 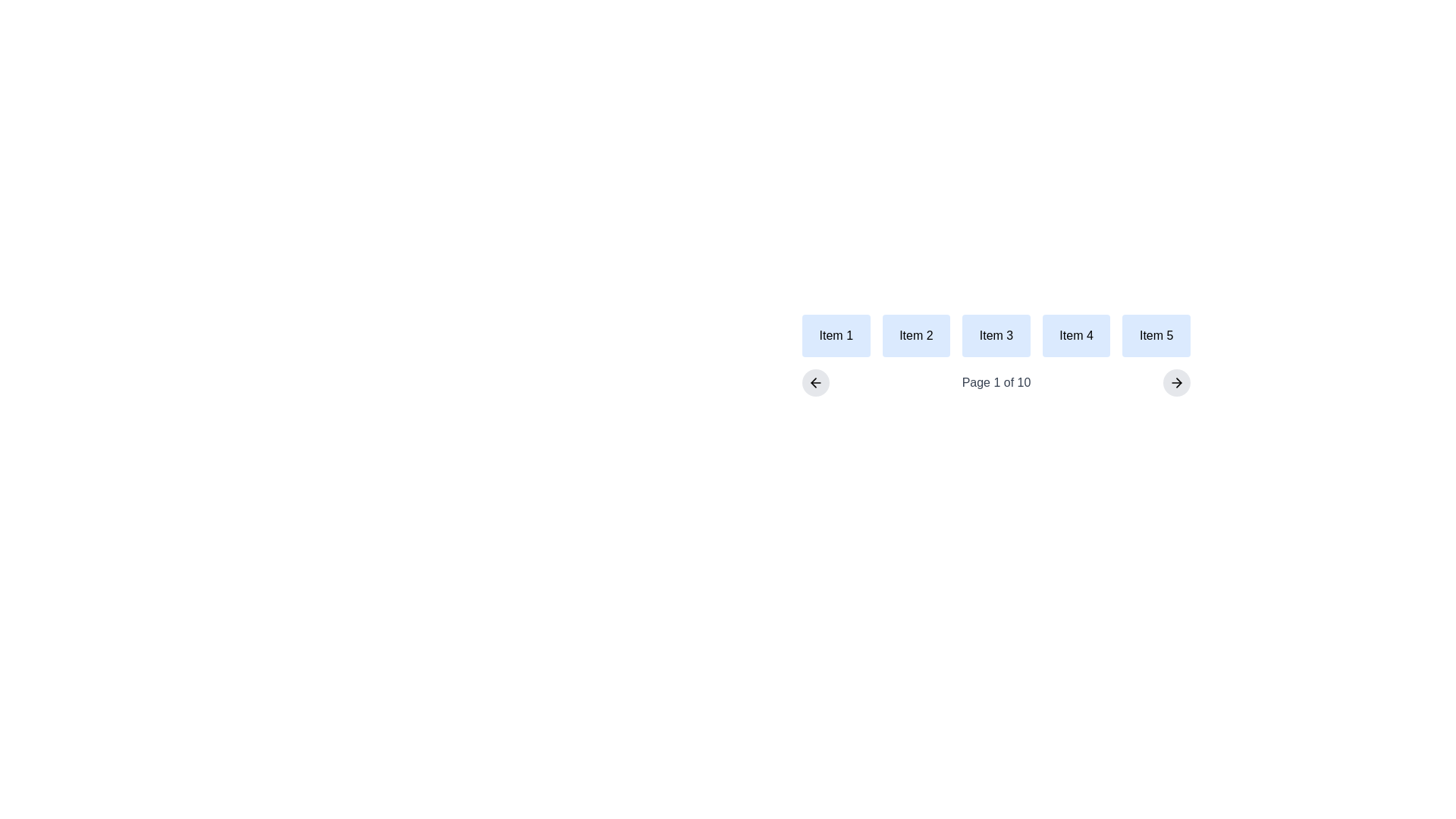 I want to click on the pagination indicator text label displaying 'Page 1 of 10' in gray, which is centered within the pagination control bar at the bottom of the grid layout, so click(x=996, y=382).